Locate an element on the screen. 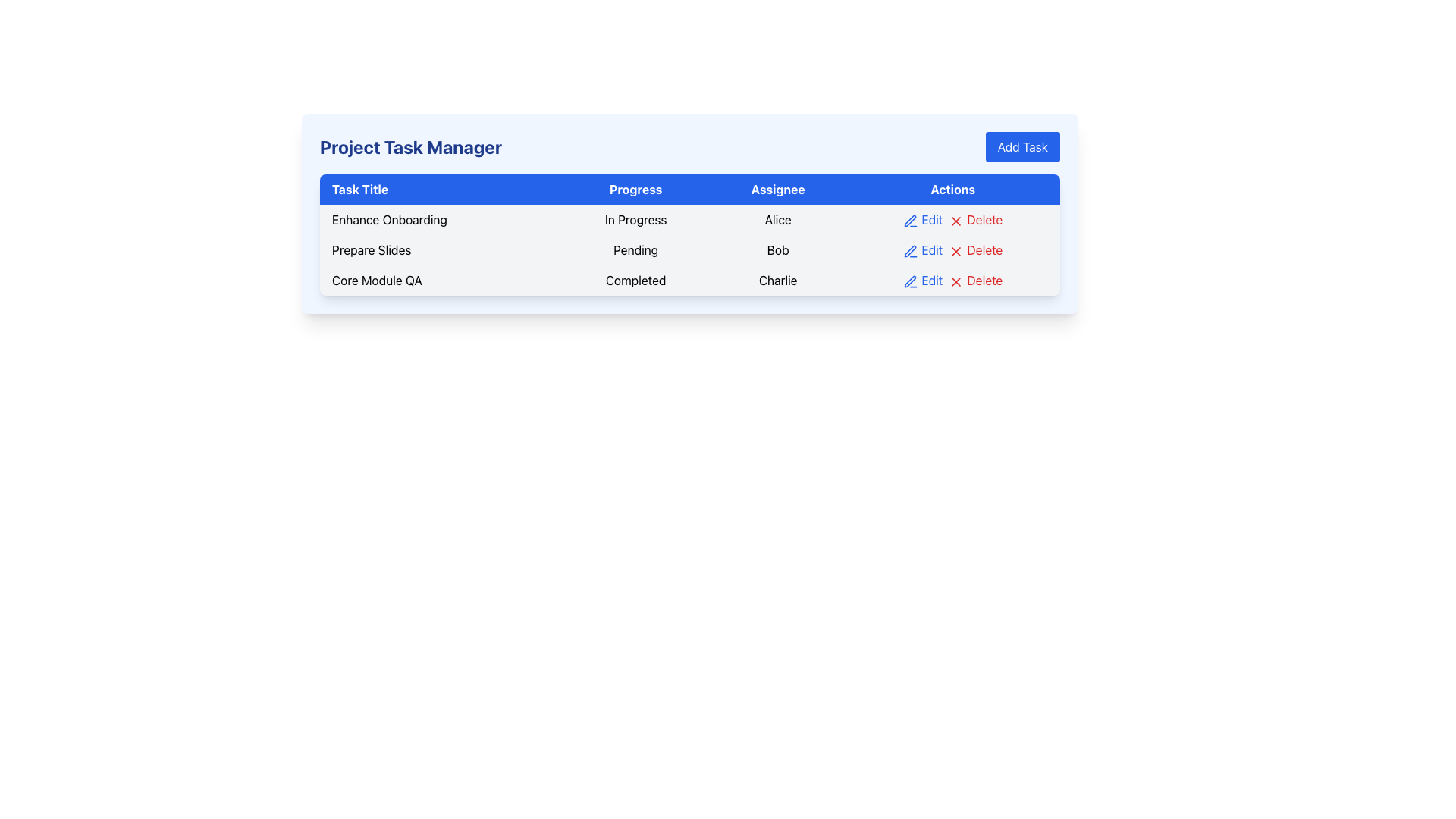 This screenshot has height=819, width=1456. the status label for the 'Enhance Onboarding' task located in the 'Progress' column of the table, which indicates that the task is currently ongoing is located at coordinates (635, 219).